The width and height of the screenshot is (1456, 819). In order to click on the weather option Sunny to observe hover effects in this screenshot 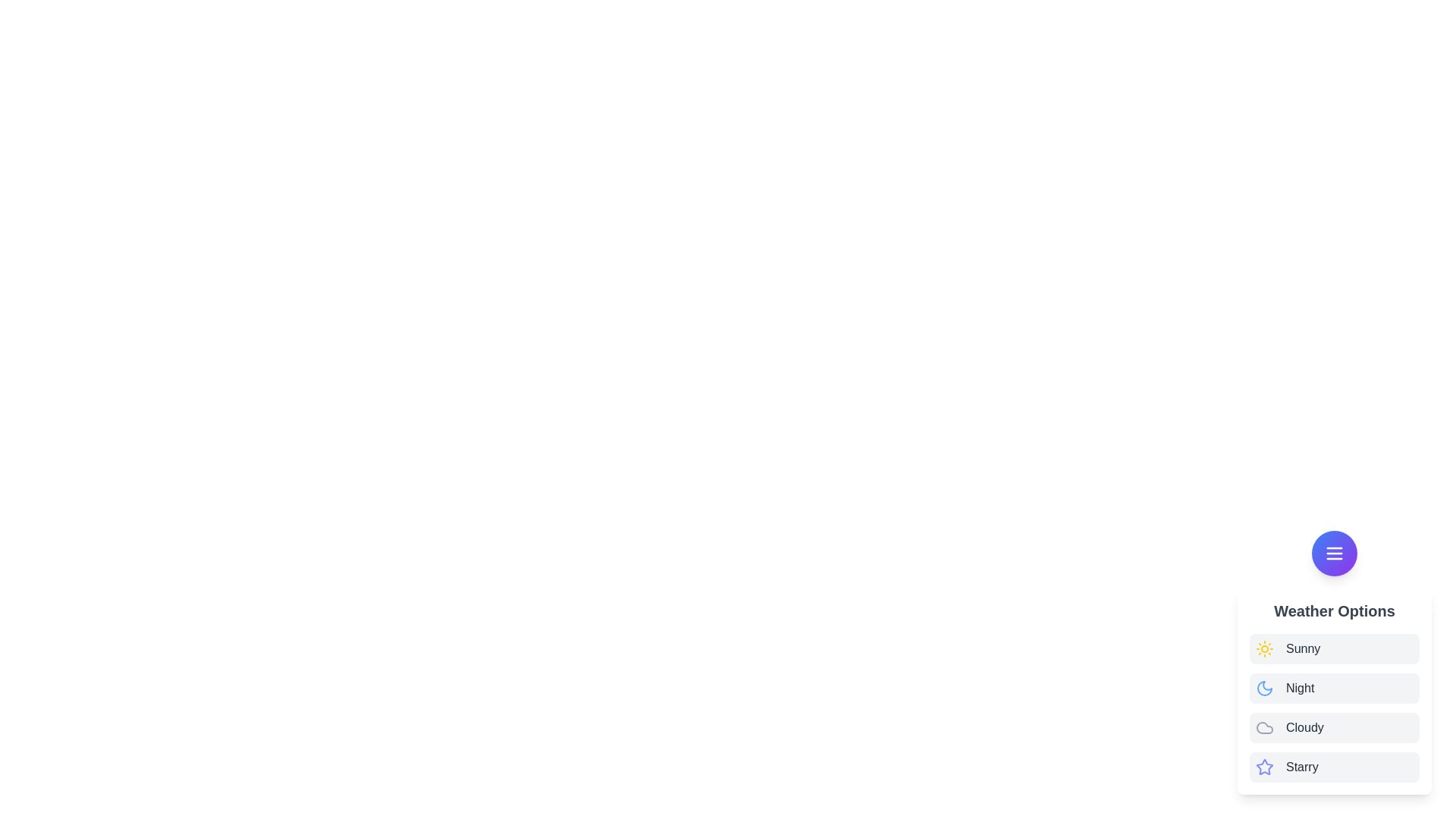, I will do `click(1335, 648)`.